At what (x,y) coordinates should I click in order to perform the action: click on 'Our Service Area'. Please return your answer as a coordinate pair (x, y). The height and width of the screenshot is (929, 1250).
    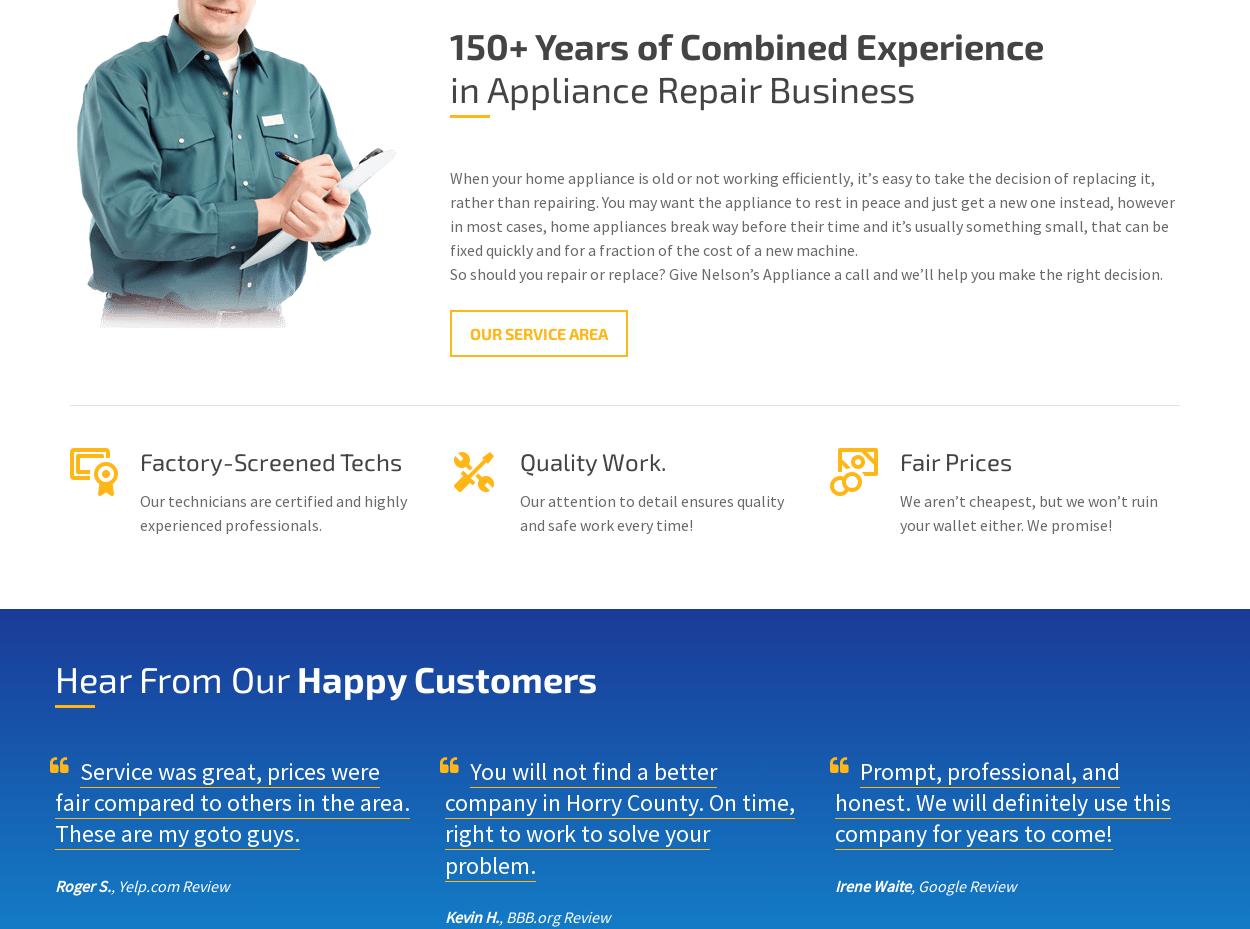
    Looking at the image, I should click on (539, 333).